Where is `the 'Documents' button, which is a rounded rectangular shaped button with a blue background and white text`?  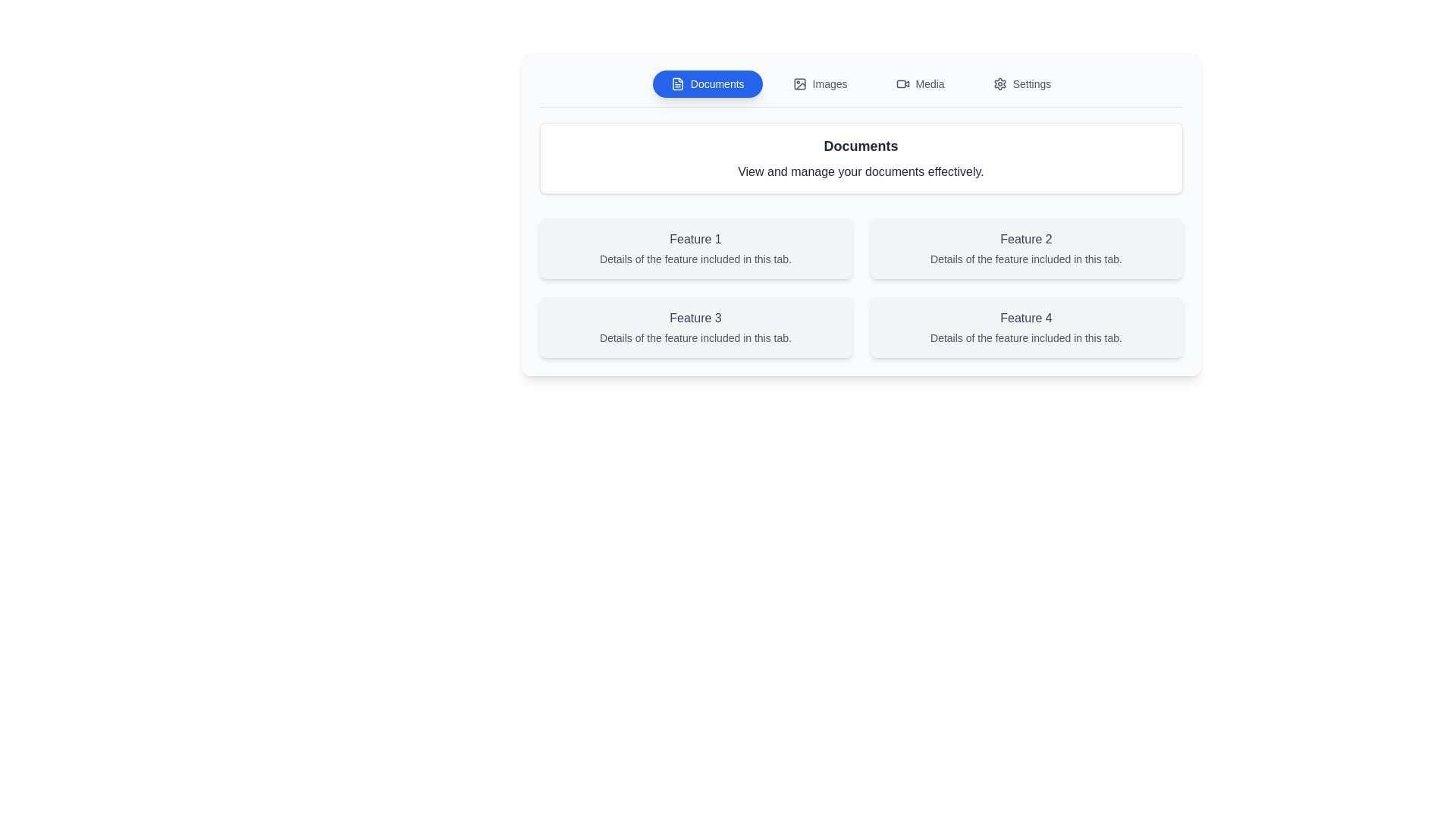
the 'Documents' button, which is a rounded rectangular shaped button with a blue background and white text is located at coordinates (707, 84).